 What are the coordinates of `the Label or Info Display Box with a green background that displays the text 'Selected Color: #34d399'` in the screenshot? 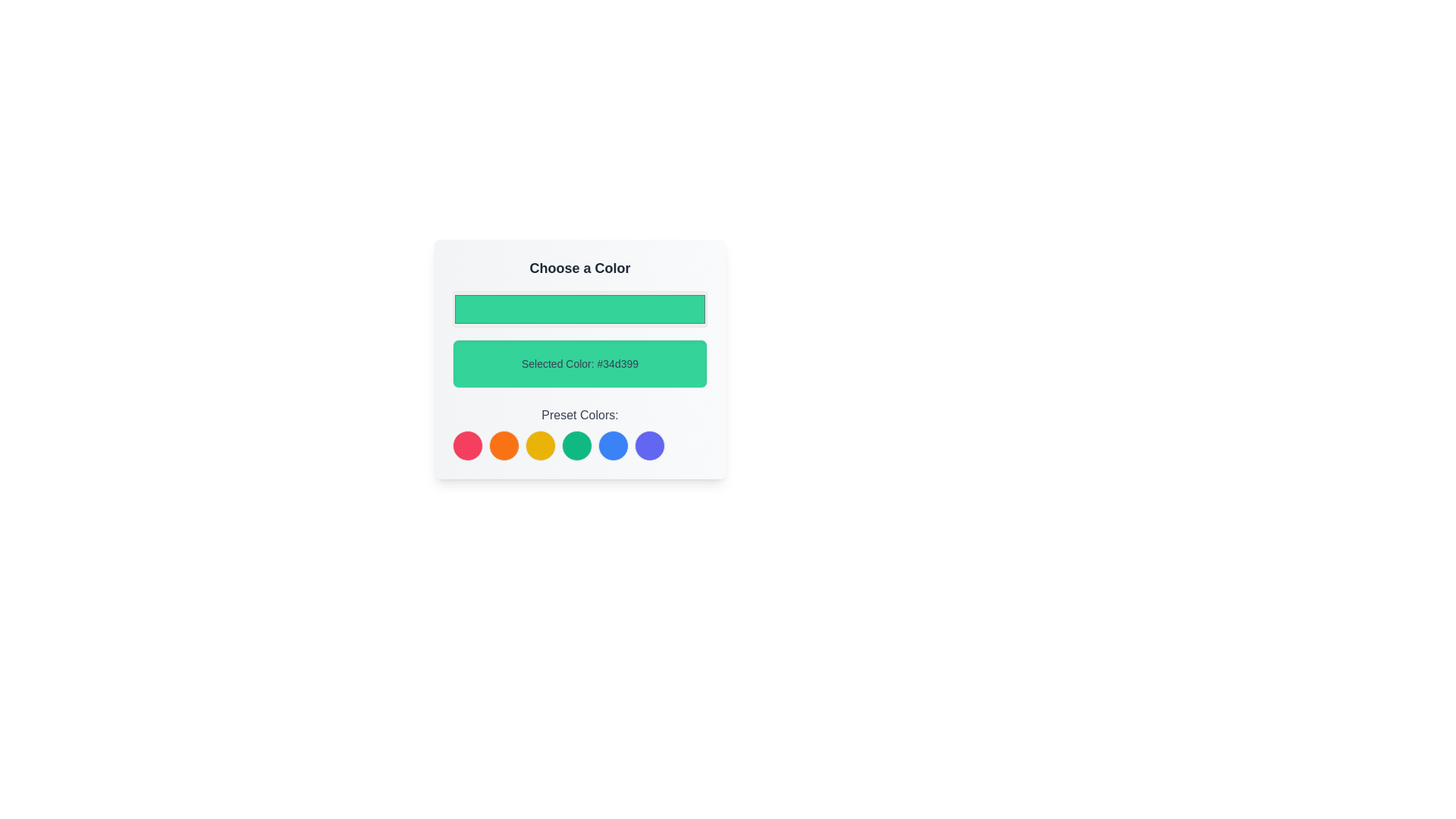 It's located at (579, 359).